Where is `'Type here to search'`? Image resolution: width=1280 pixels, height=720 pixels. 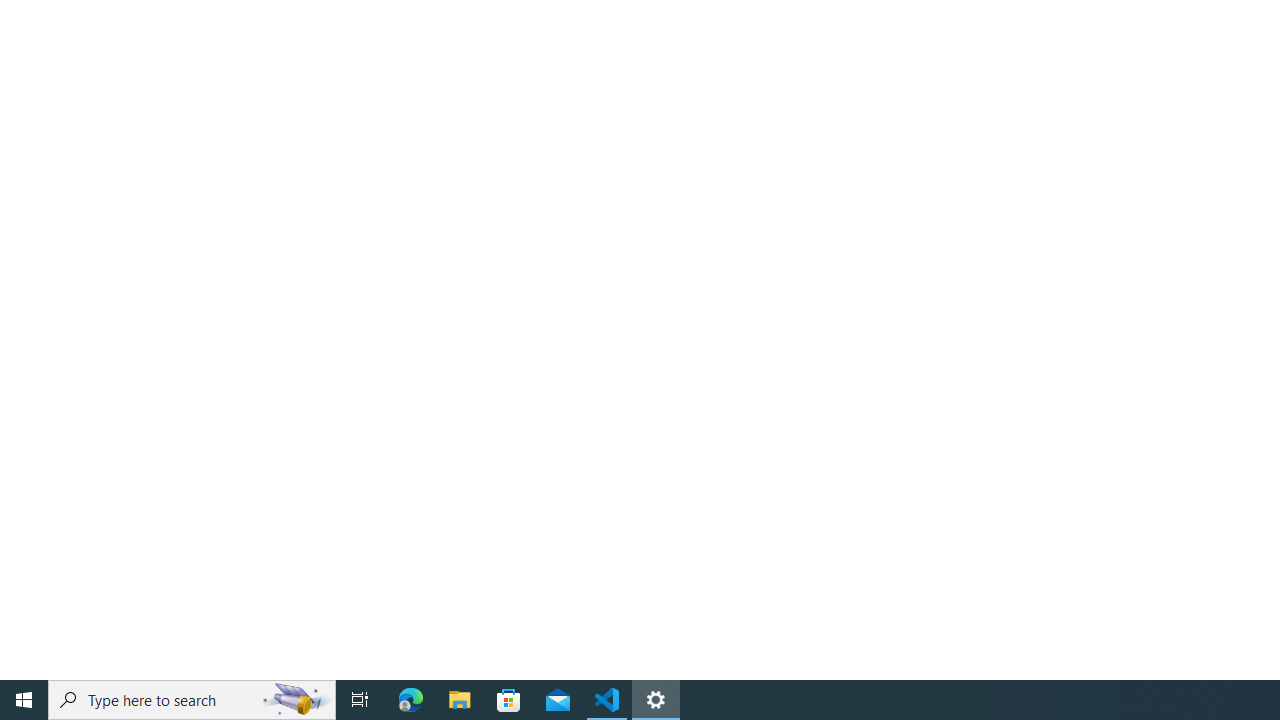 'Type here to search' is located at coordinates (192, 698).